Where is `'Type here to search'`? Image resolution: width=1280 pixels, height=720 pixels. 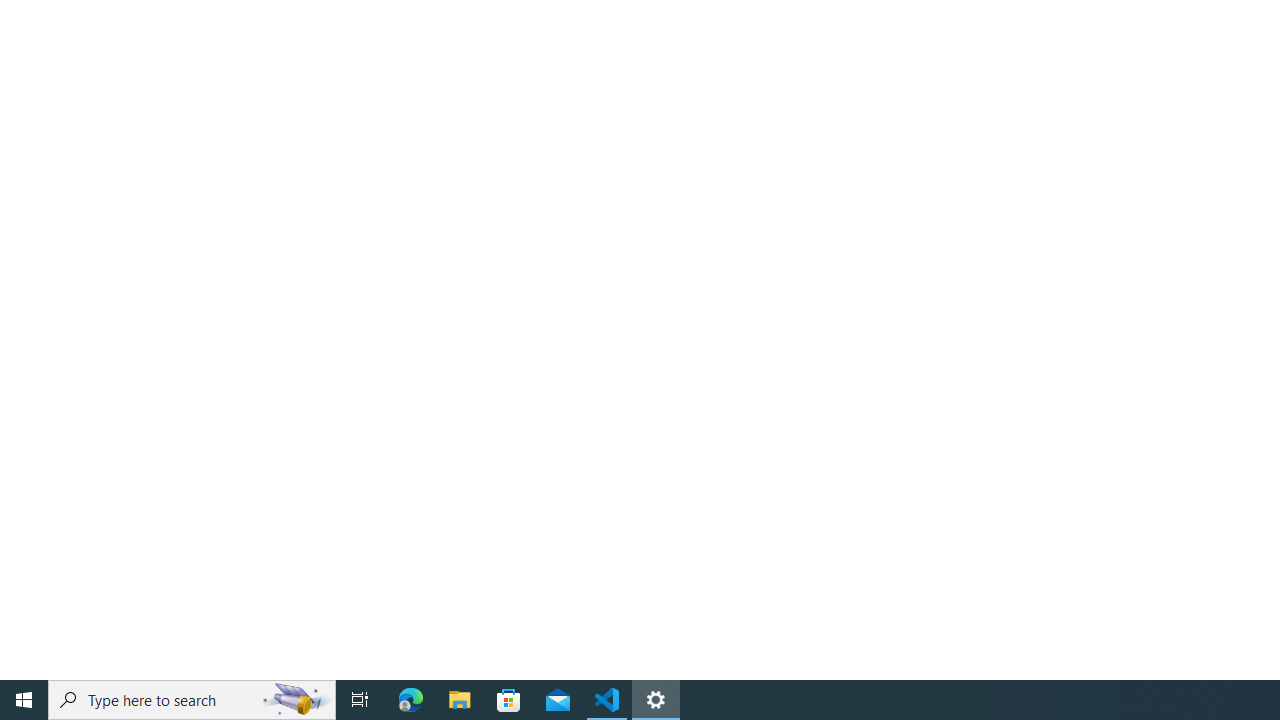 'Type here to search' is located at coordinates (192, 698).